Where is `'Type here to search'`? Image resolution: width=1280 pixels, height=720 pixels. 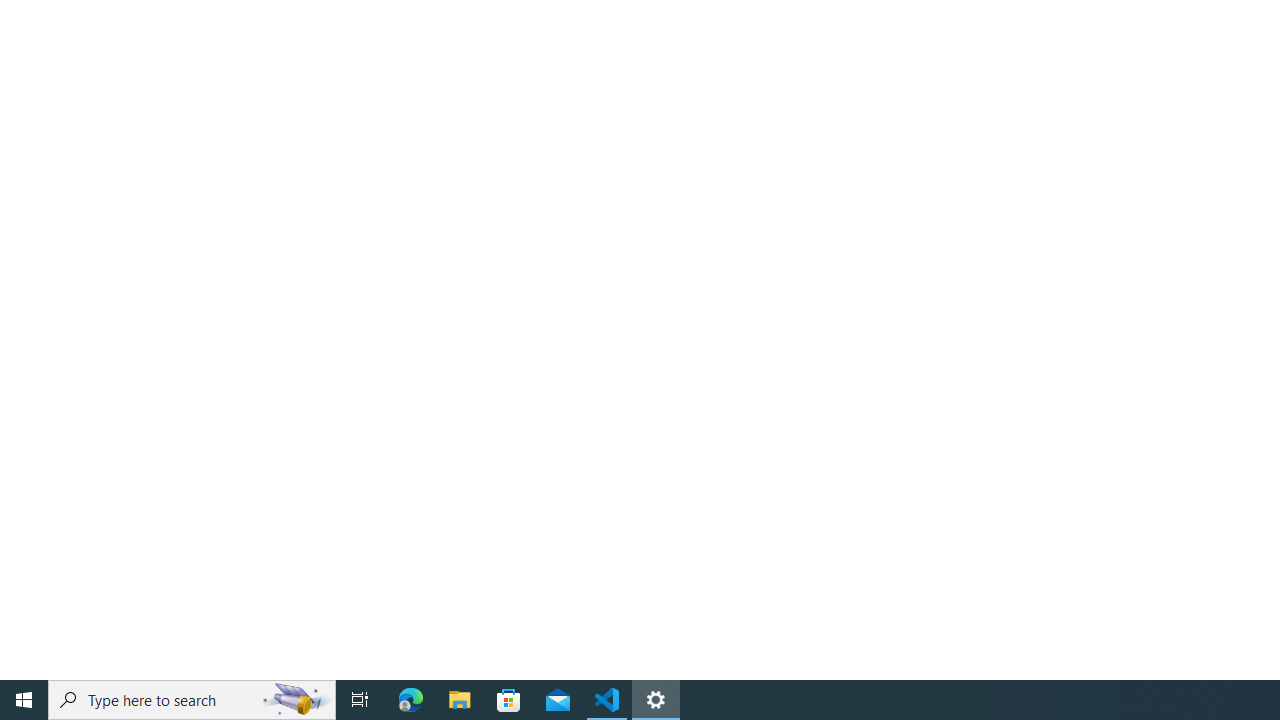 'Type here to search' is located at coordinates (192, 698).